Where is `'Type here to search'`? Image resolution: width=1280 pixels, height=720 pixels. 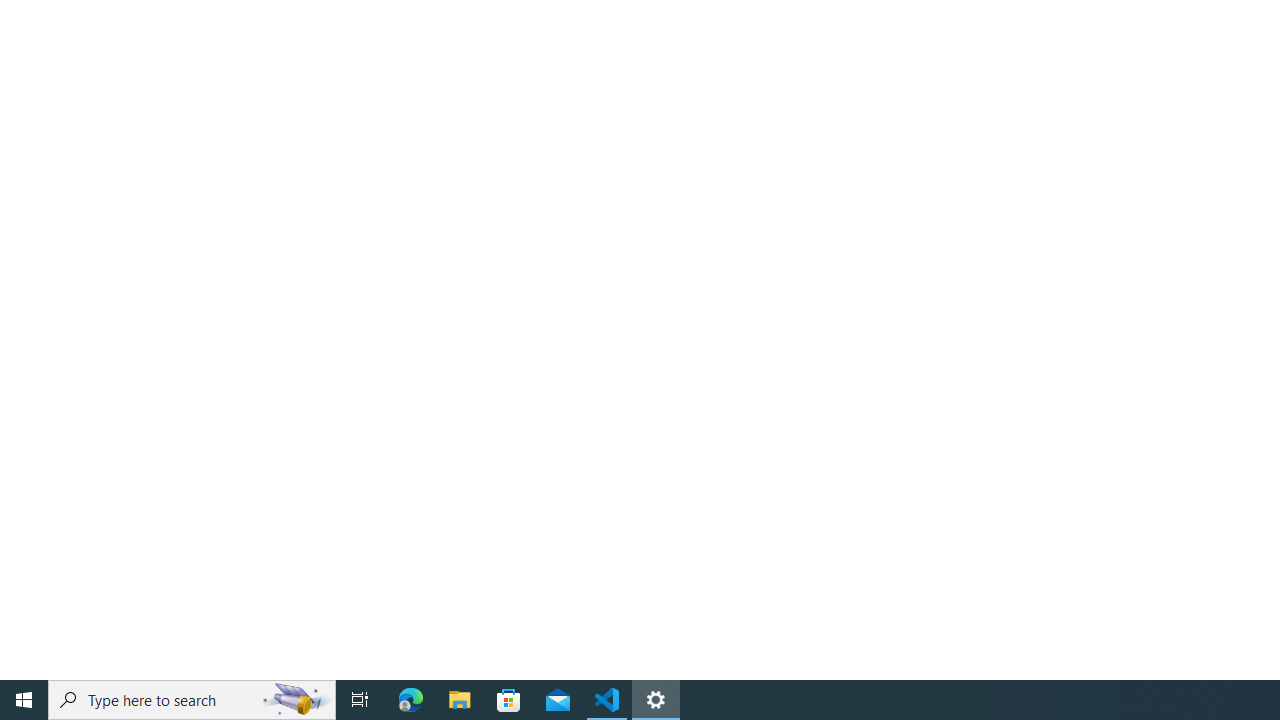 'Type here to search' is located at coordinates (192, 698).